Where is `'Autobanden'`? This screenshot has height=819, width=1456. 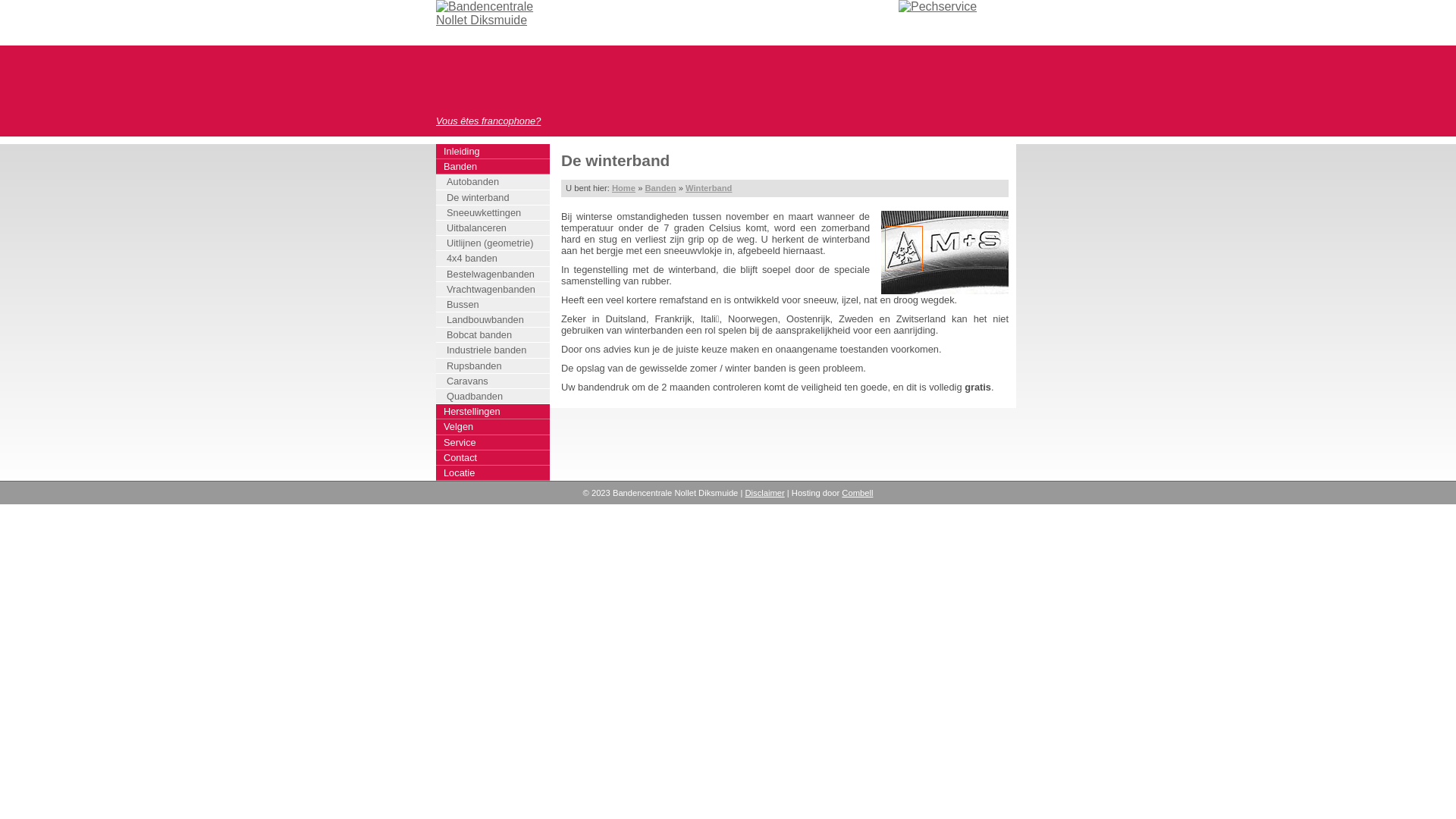
'Autobanden' is located at coordinates (494, 180).